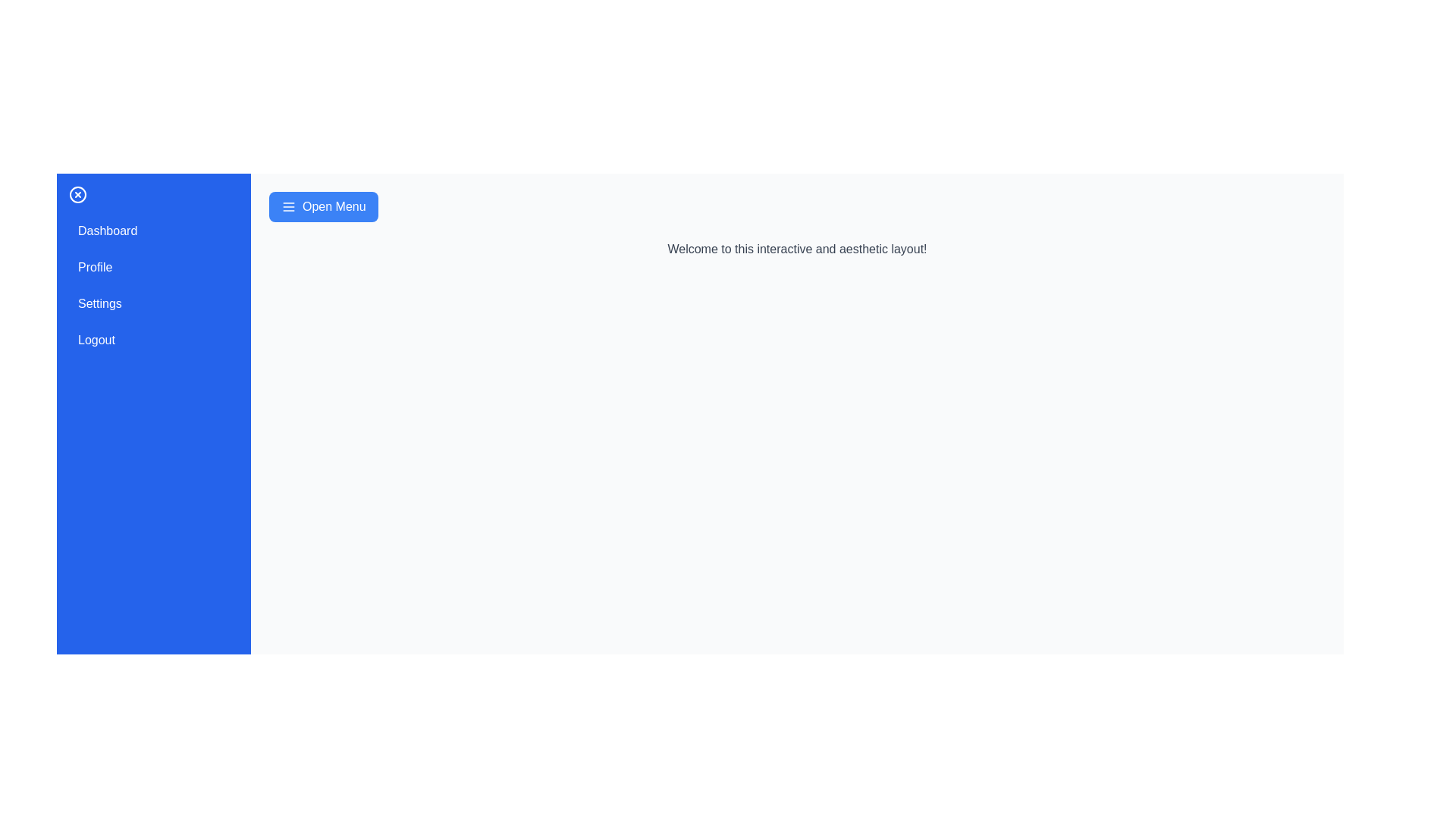 This screenshot has width=1456, height=819. I want to click on the menu item Profile in the sidebar, so click(153, 267).